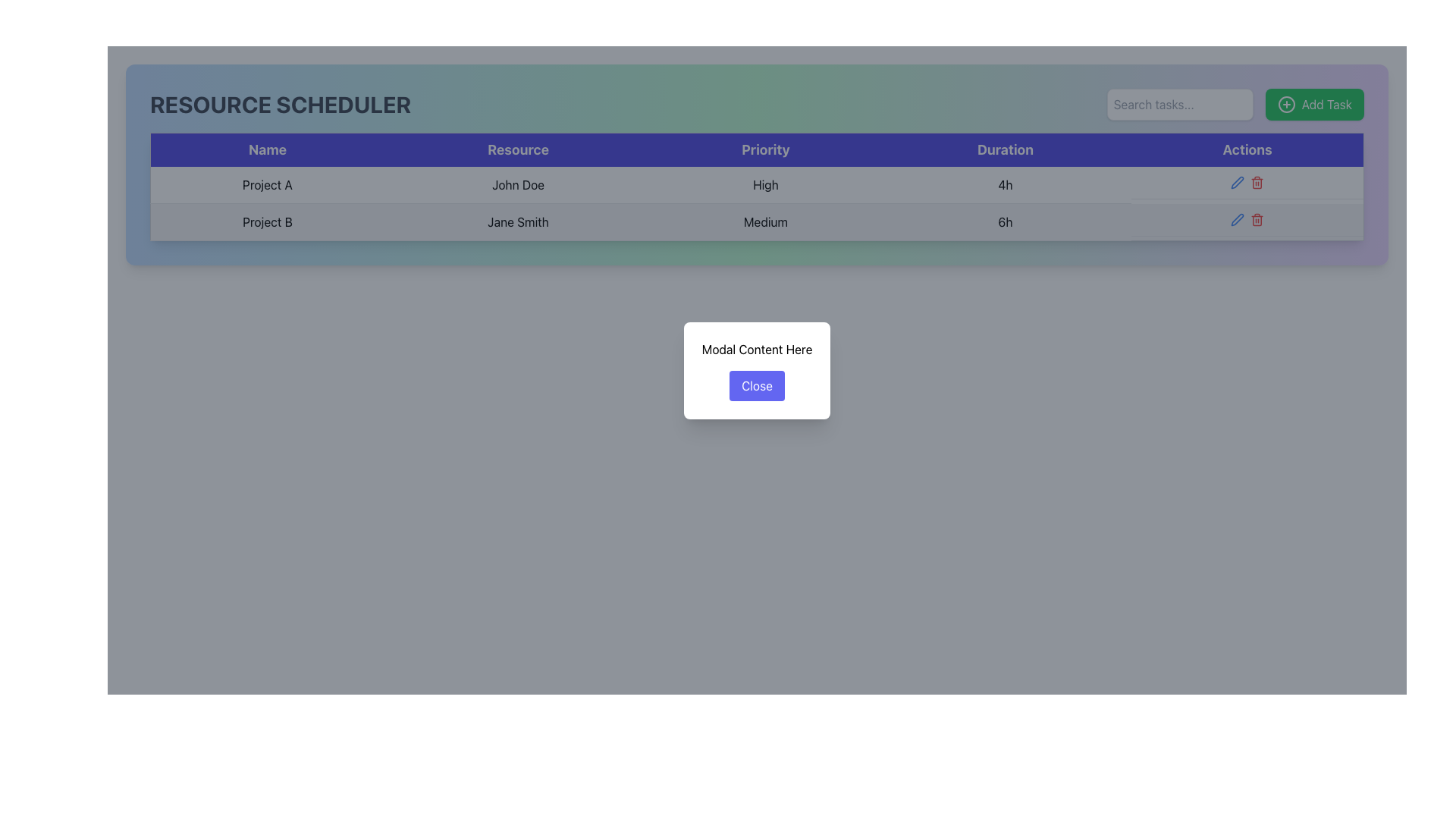  What do you see at coordinates (1247, 149) in the screenshot?
I see `the 'Actions' label, which is a bold text label located in the top-right portion of the table header, aligned with the 'Actions' column` at bounding box center [1247, 149].